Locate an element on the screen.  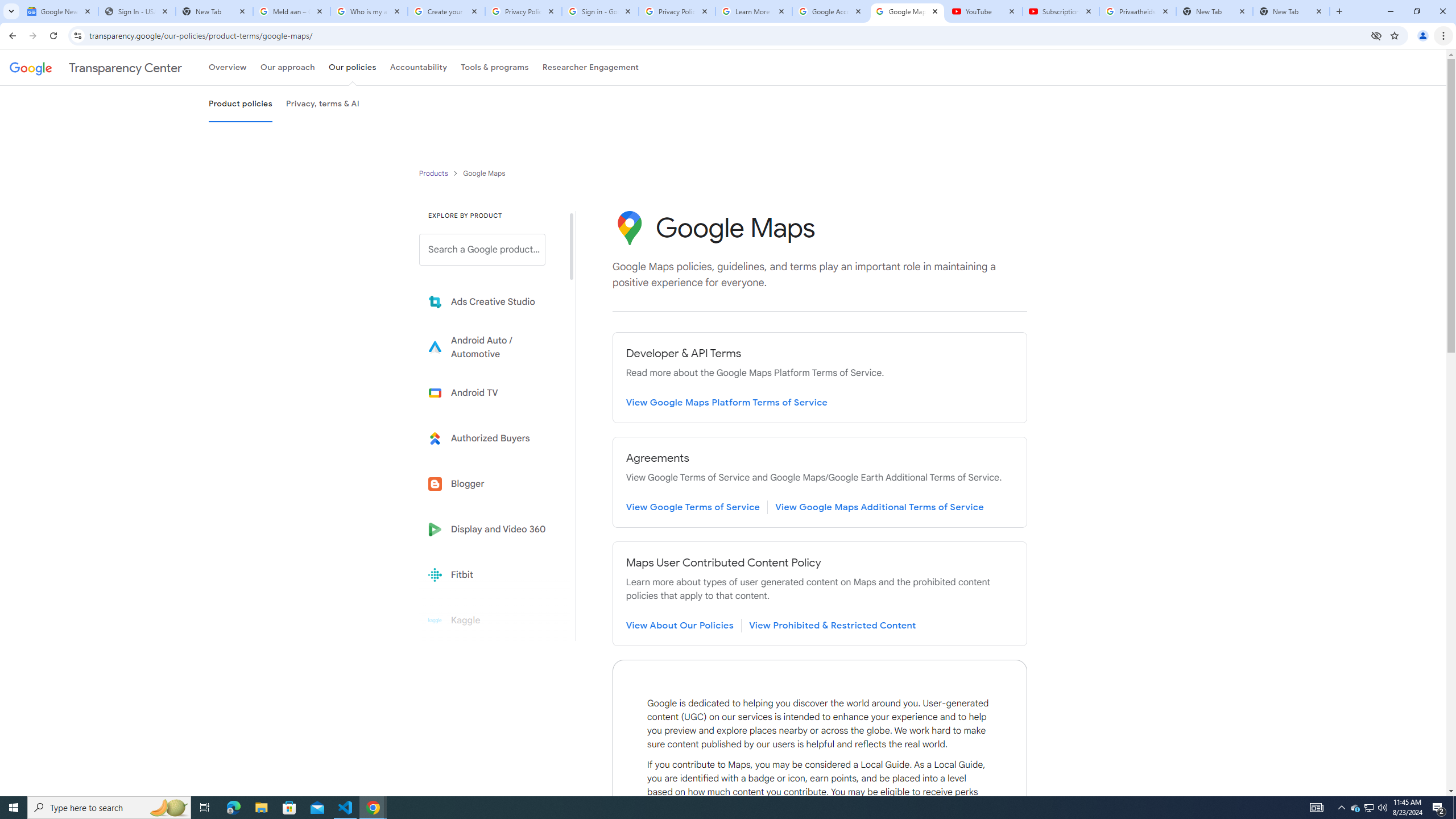
'Learn more about Android TV' is located at coordinates (490, 392).